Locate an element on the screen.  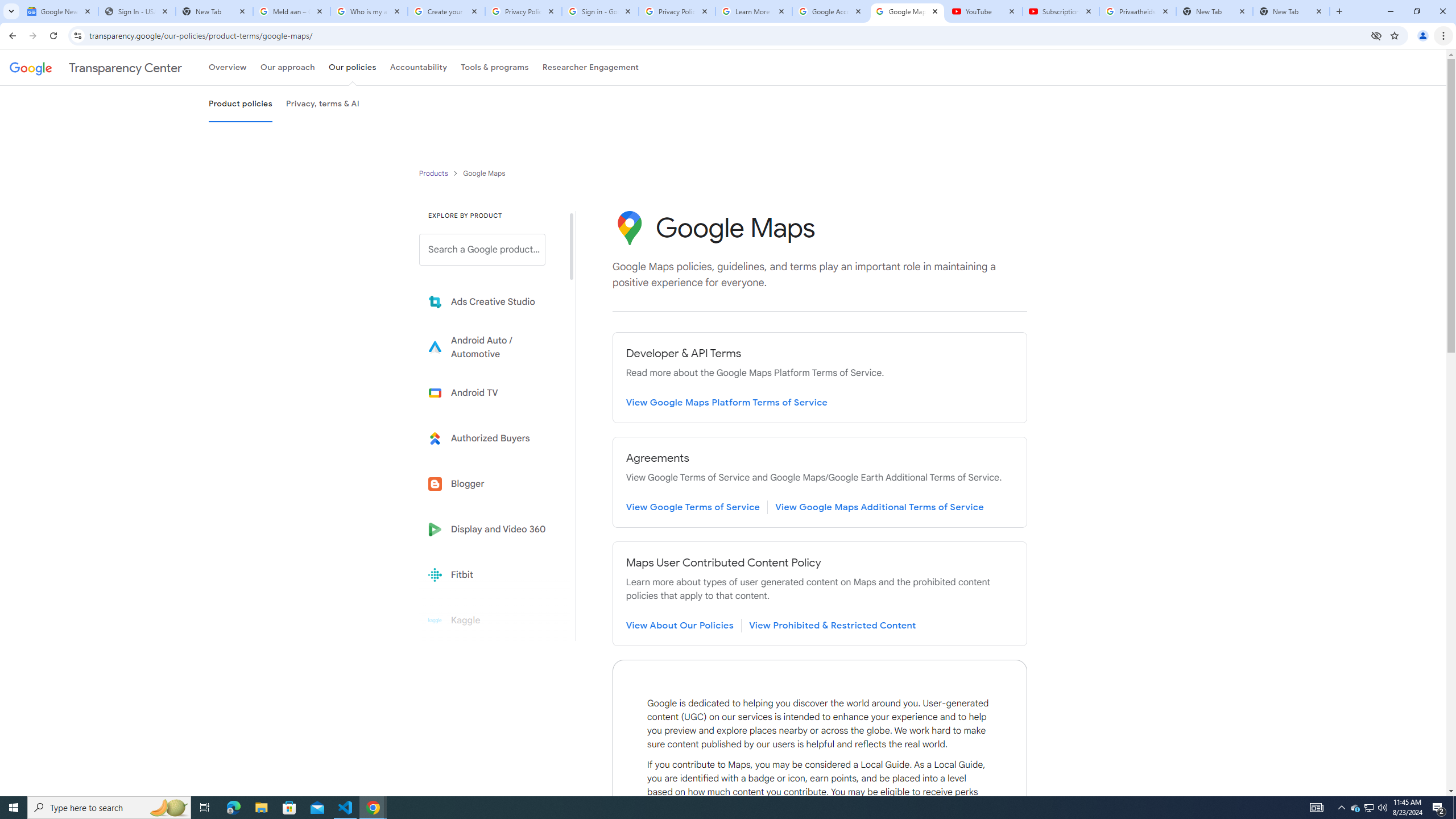
'Learn more about Android TV' is located at coordinates (490, 392).